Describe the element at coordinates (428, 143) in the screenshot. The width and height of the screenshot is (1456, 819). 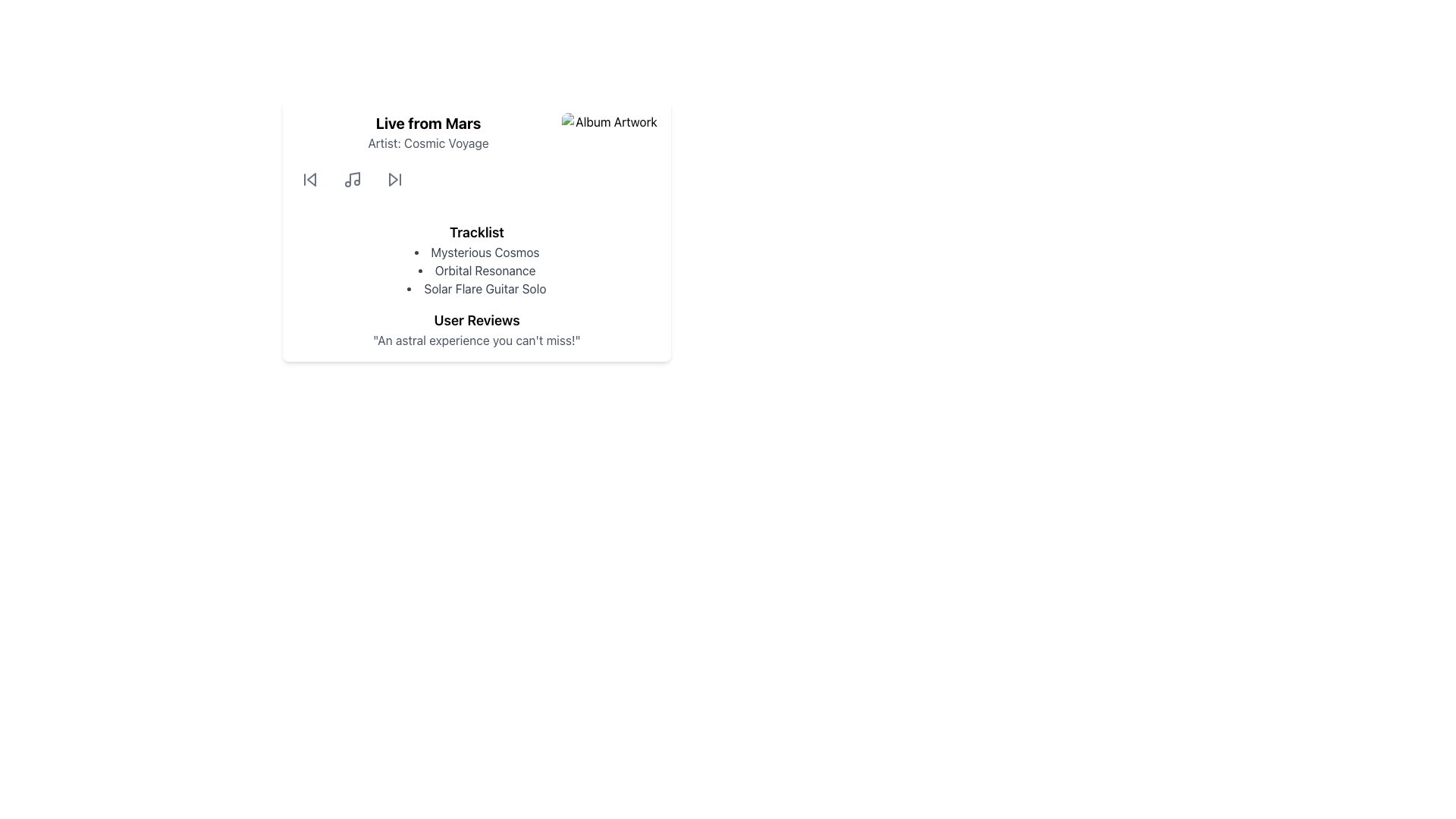
I see `static text display element that shows 'Artist: Cosmic Voyage', which is a medium-sized gray font located below the title 'Live from Mars'` at that location.